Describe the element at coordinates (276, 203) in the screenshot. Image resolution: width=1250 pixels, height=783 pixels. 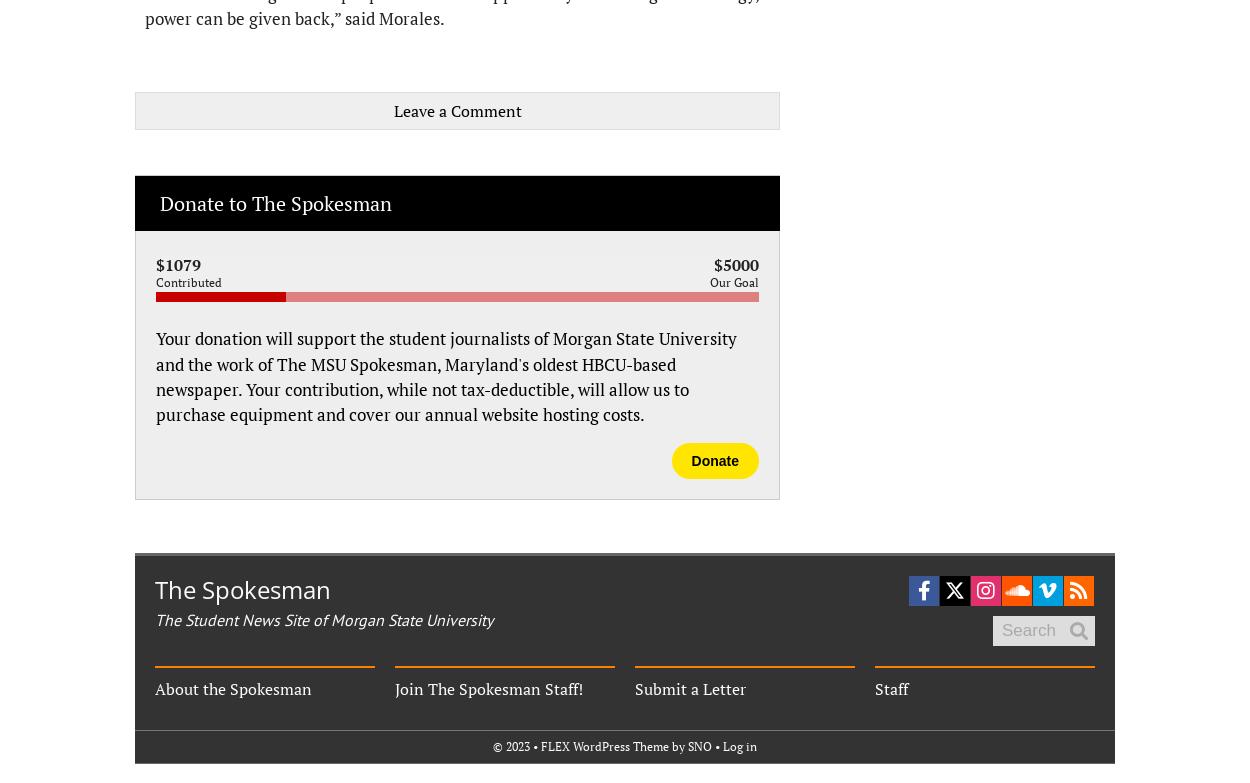
I see `'Donate to The Spokesman'` at that location.